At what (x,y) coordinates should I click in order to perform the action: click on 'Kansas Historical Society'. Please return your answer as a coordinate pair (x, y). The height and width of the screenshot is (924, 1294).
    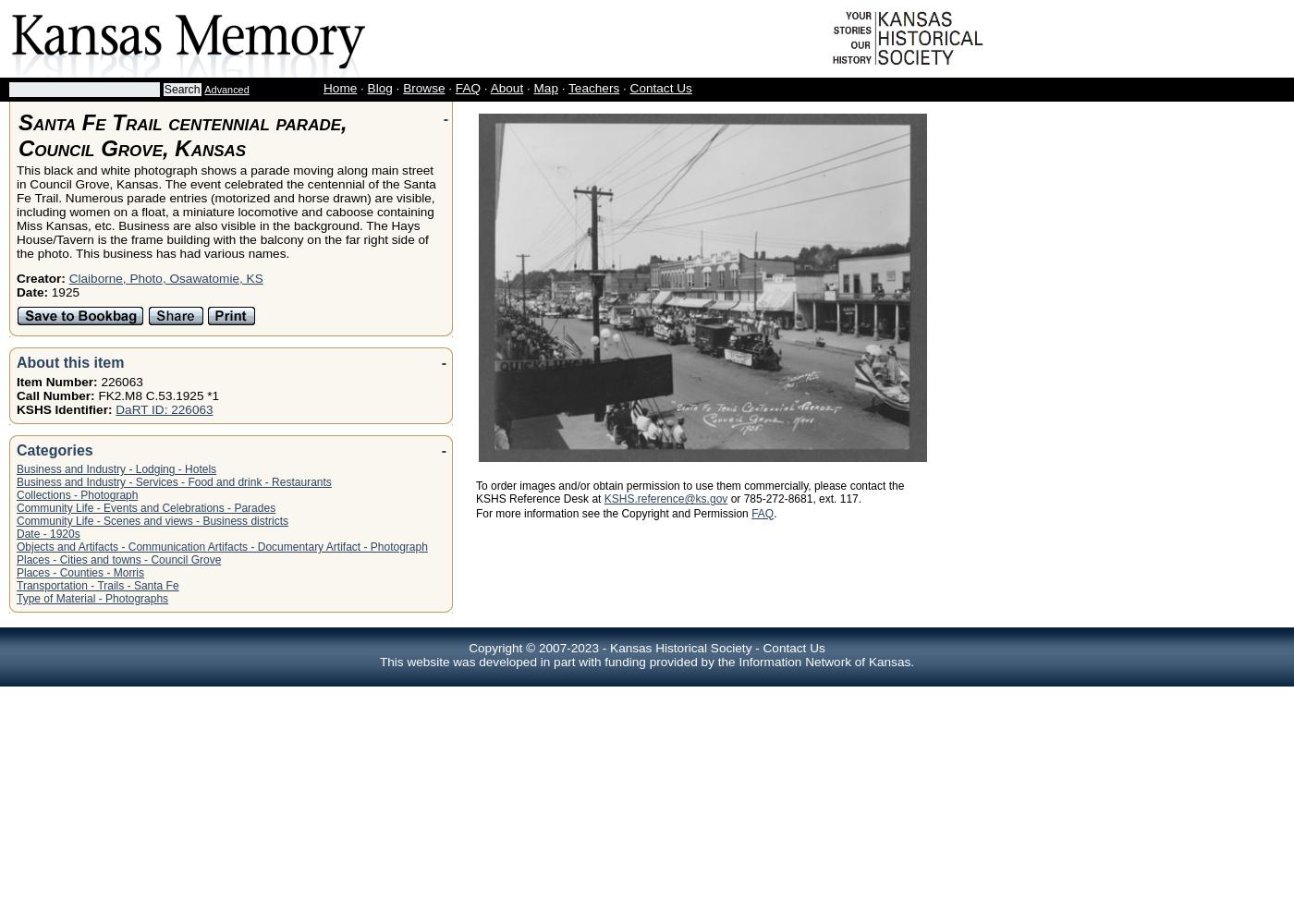
    Looking at the image, I should click on (680, 647).